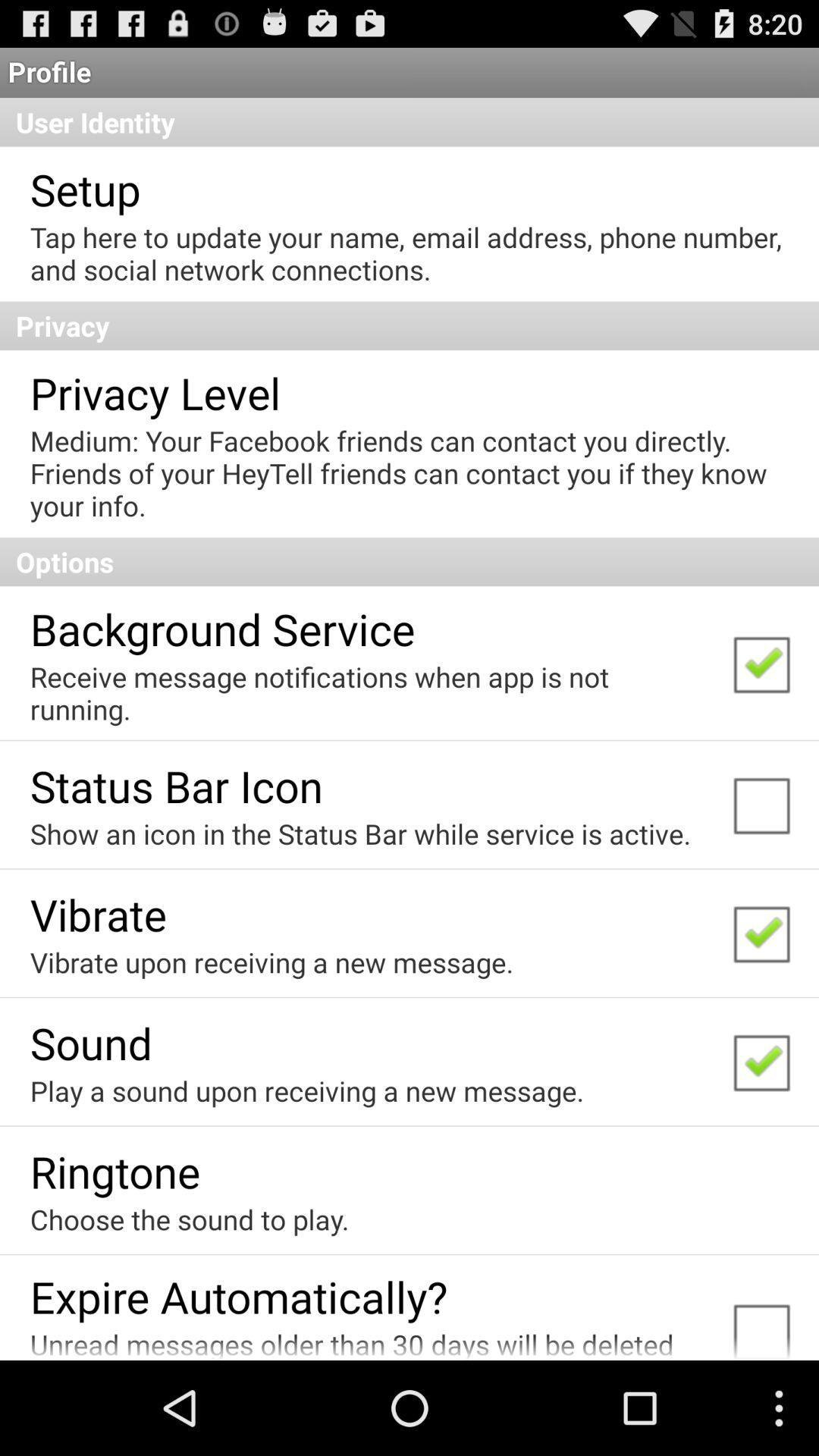 The width and height of the screenshot is (819, 1456). Describe the element at coordinates (409, 560) in the screenshot. I see `app below the medium your facebook item` at that location.